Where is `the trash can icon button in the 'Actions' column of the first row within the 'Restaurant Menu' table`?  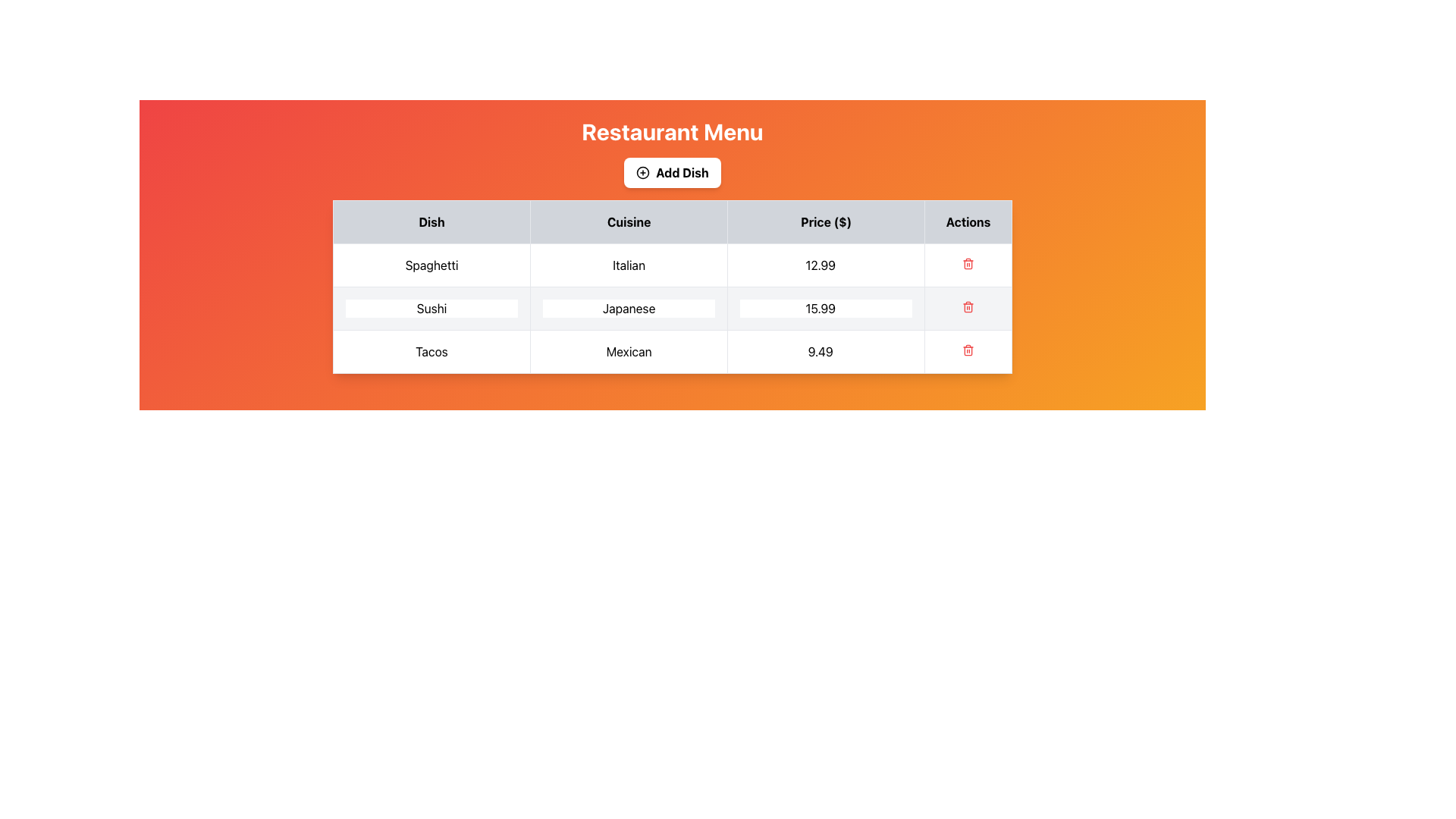 the trash can icon button in the 'Actions' column of the first row within the 'Restaurant Menu' table is located at coordinates (968, 262).